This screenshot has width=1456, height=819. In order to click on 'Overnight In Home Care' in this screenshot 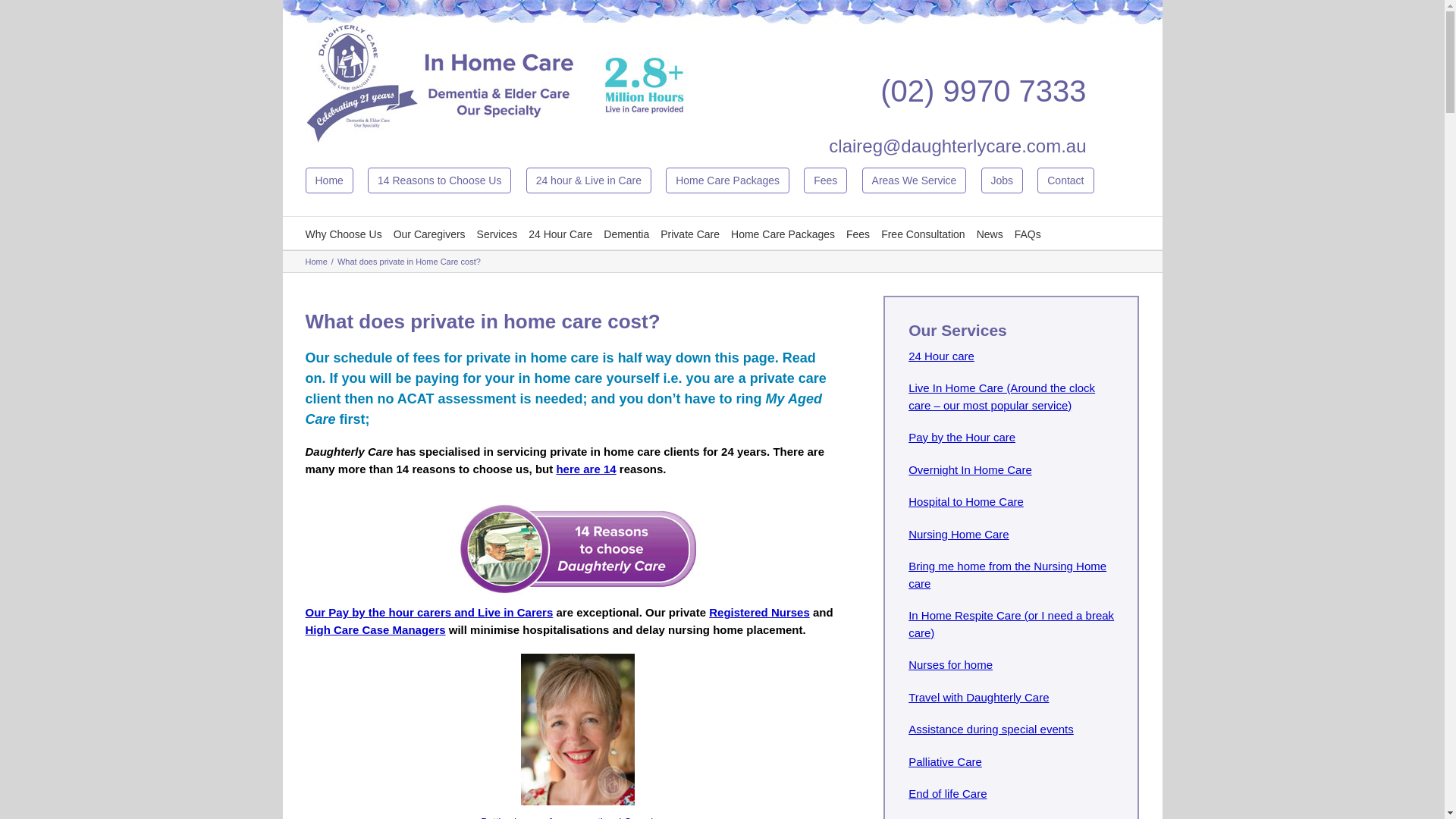, I will do `click(908, 468)`.